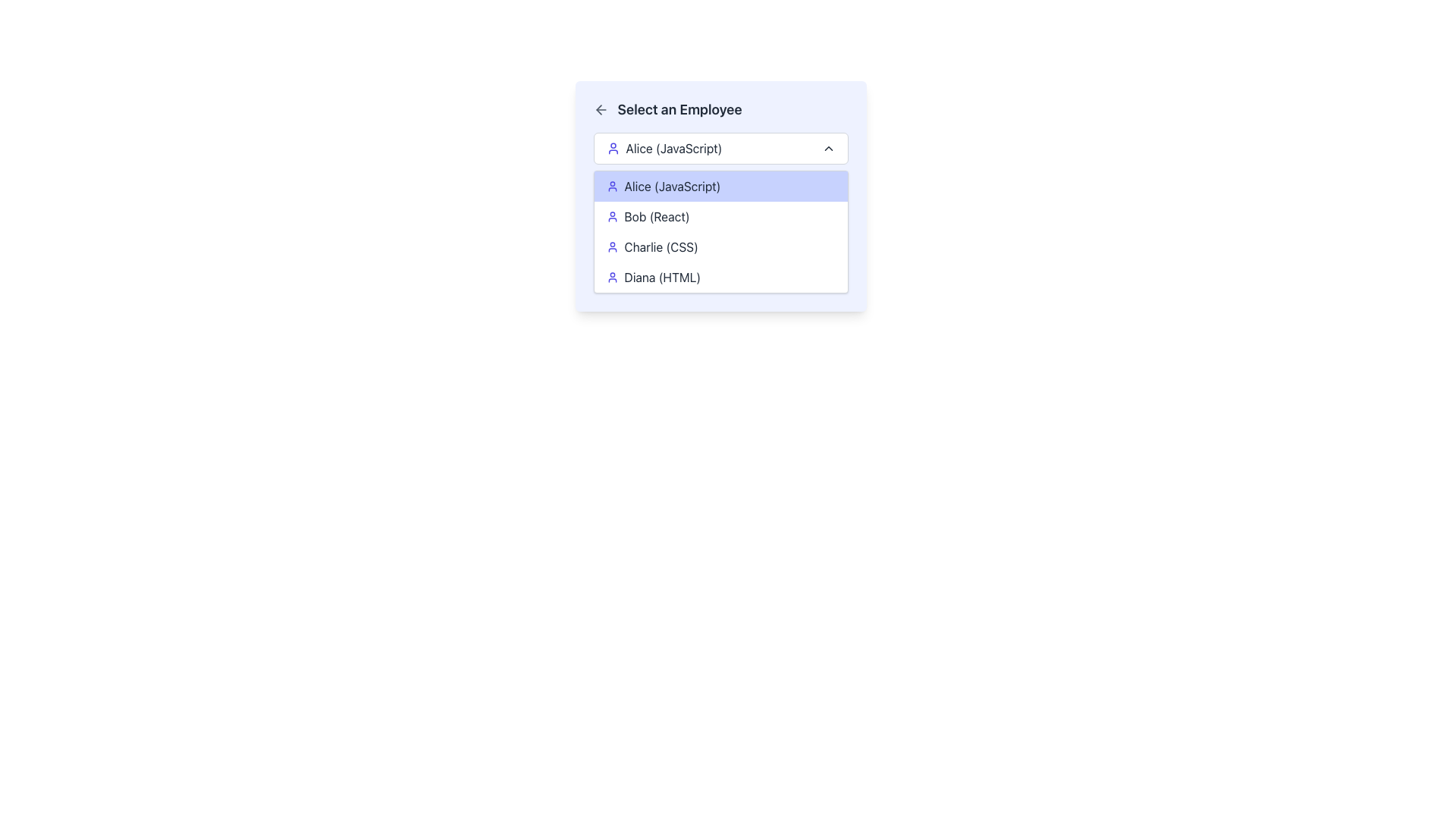 This screenshot has width=1456, height=819. What do you see at coordinates (720, 246) in the screenshot?
I see `the list item displaying 'Charlie (CSS)'` at bounding box center [720, 246].